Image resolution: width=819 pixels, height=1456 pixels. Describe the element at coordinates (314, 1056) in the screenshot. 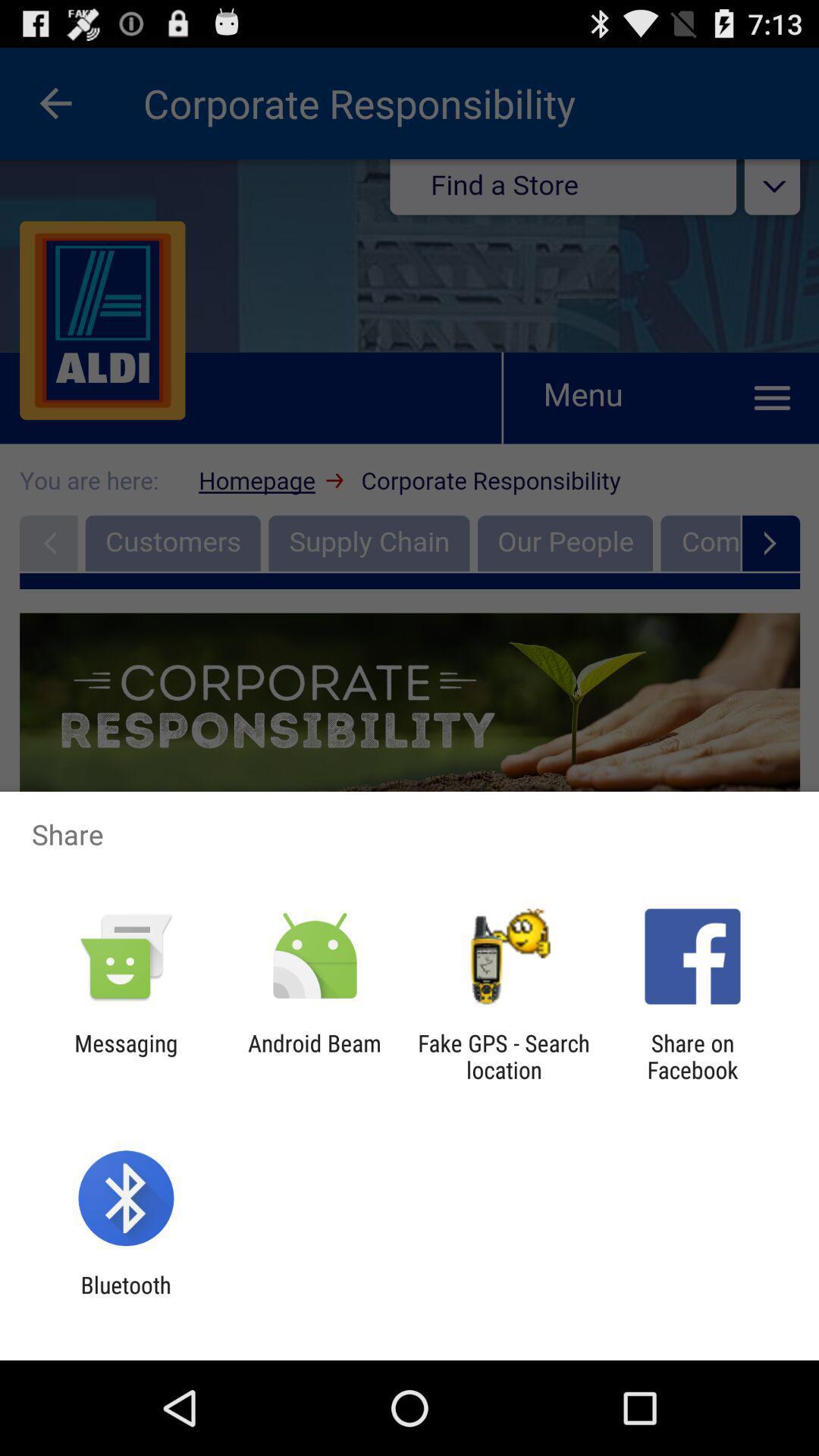

I see `the icon to the right of messaging icon` at that location.